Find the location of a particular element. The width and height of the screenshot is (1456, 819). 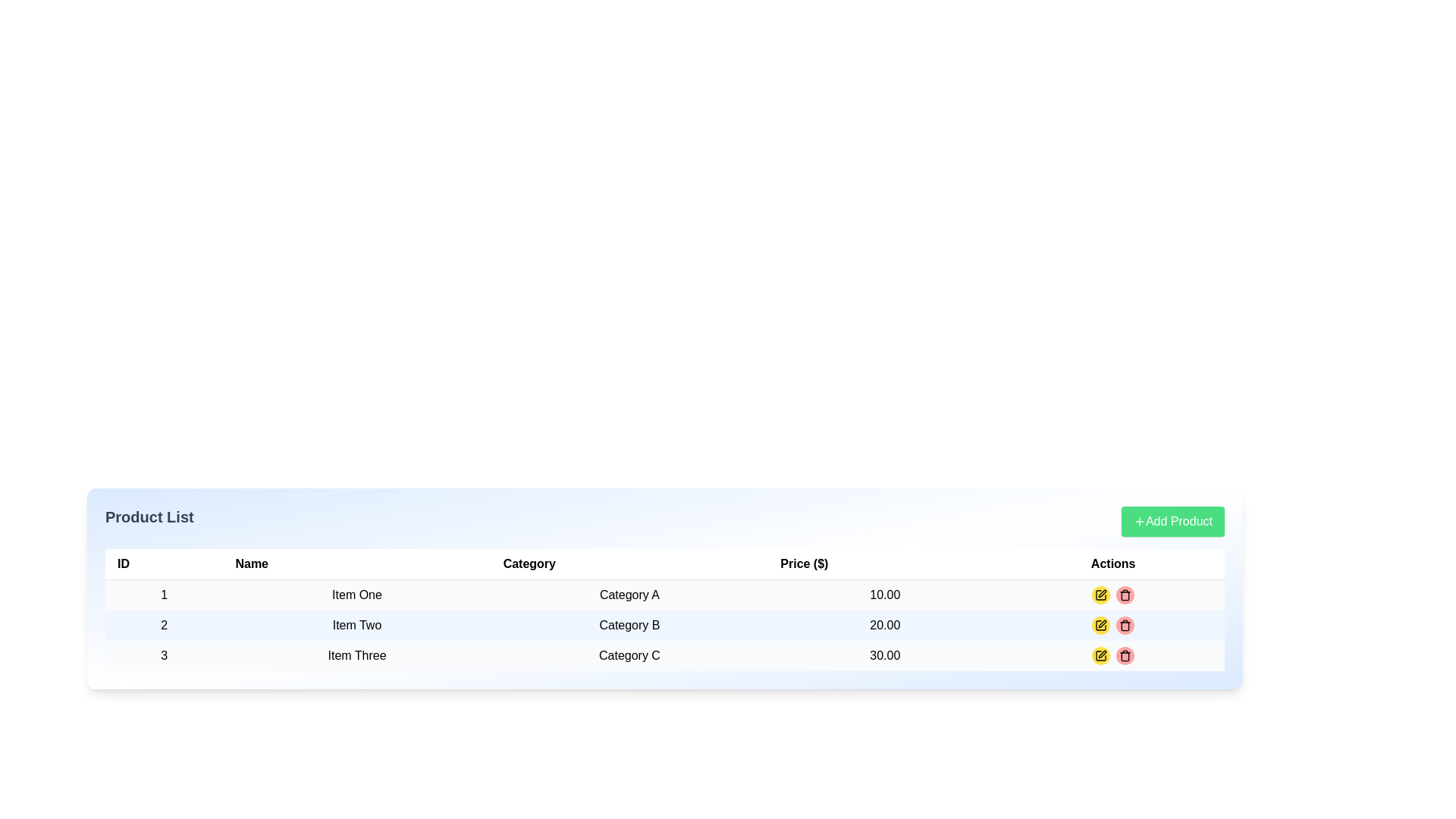

the static text display showing the price for 'Item Three' in the last column of the third row of the data table is located at coordinates (885, 654).